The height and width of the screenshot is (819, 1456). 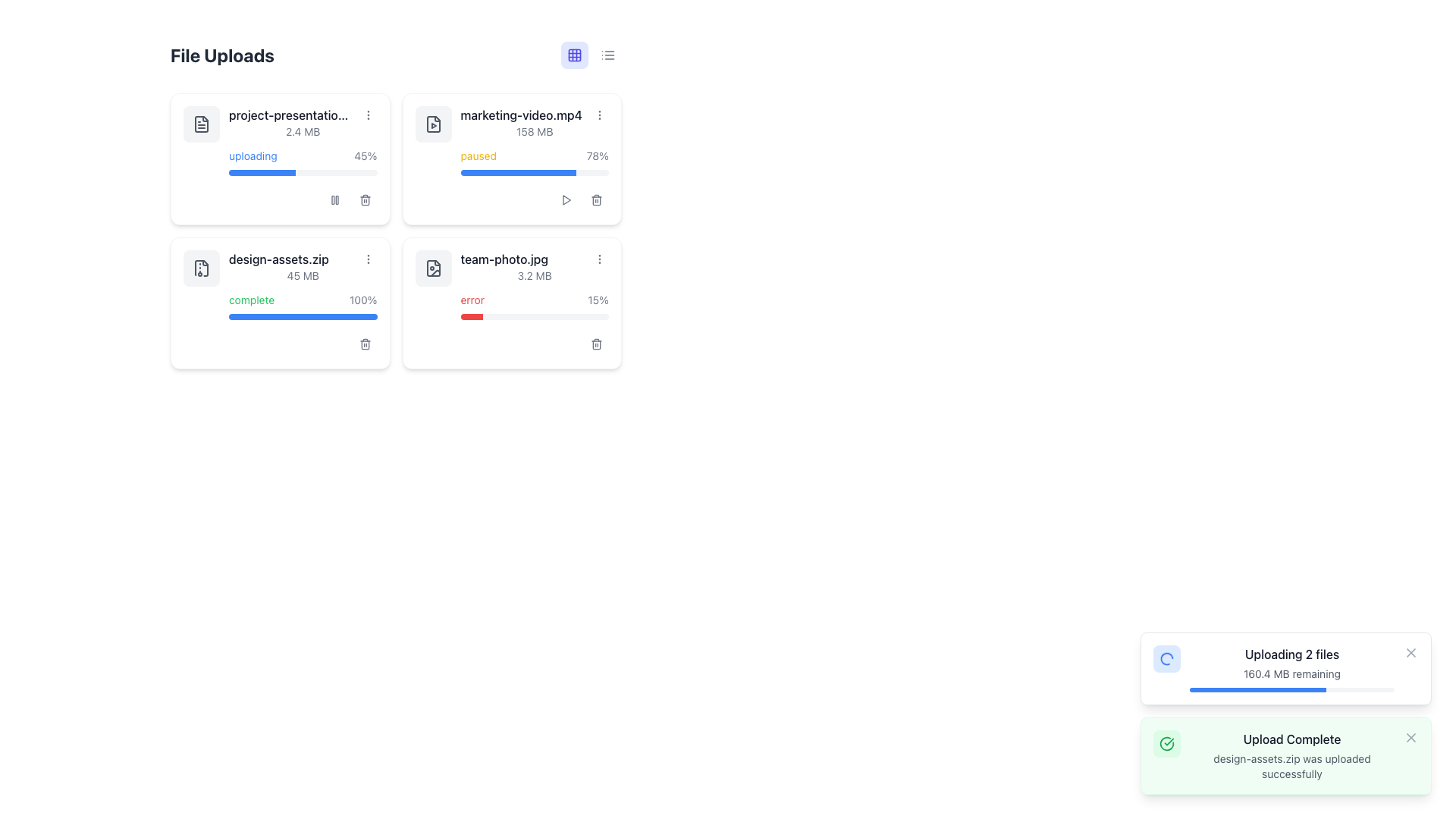 What do you see at coordinates (200, 124) in the screenshot?
I see `the file icon representing the 'project-presentation' within the upload card, which has a rectangular shape with a folded corner at the top right, located in the top-left quadrant of the grid layout` at bounding box center [200, 124].